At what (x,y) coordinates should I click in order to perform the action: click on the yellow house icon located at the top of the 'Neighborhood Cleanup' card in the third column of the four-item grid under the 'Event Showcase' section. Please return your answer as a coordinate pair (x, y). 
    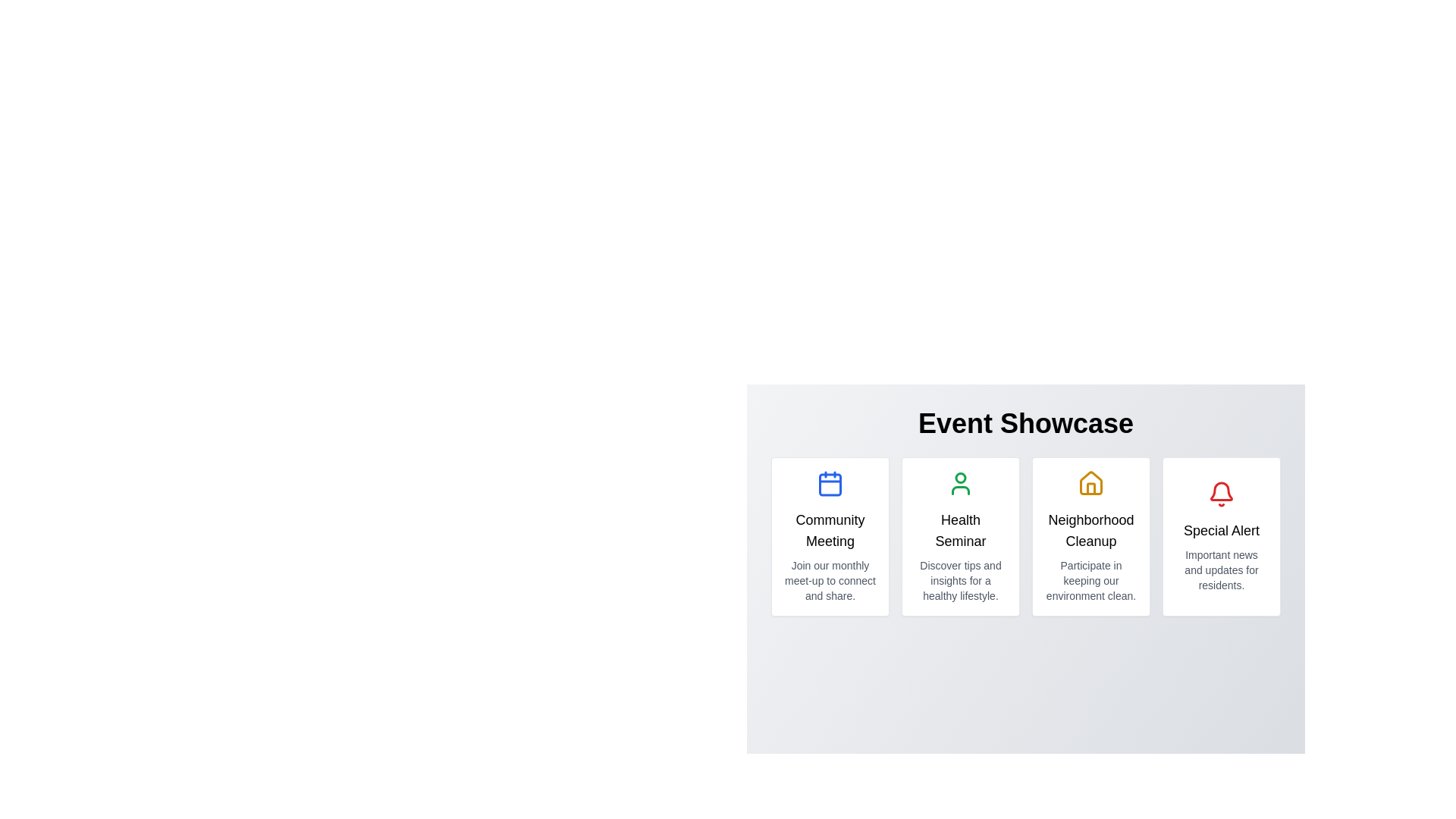
    Looking at the image, I should click on (1090, 483).